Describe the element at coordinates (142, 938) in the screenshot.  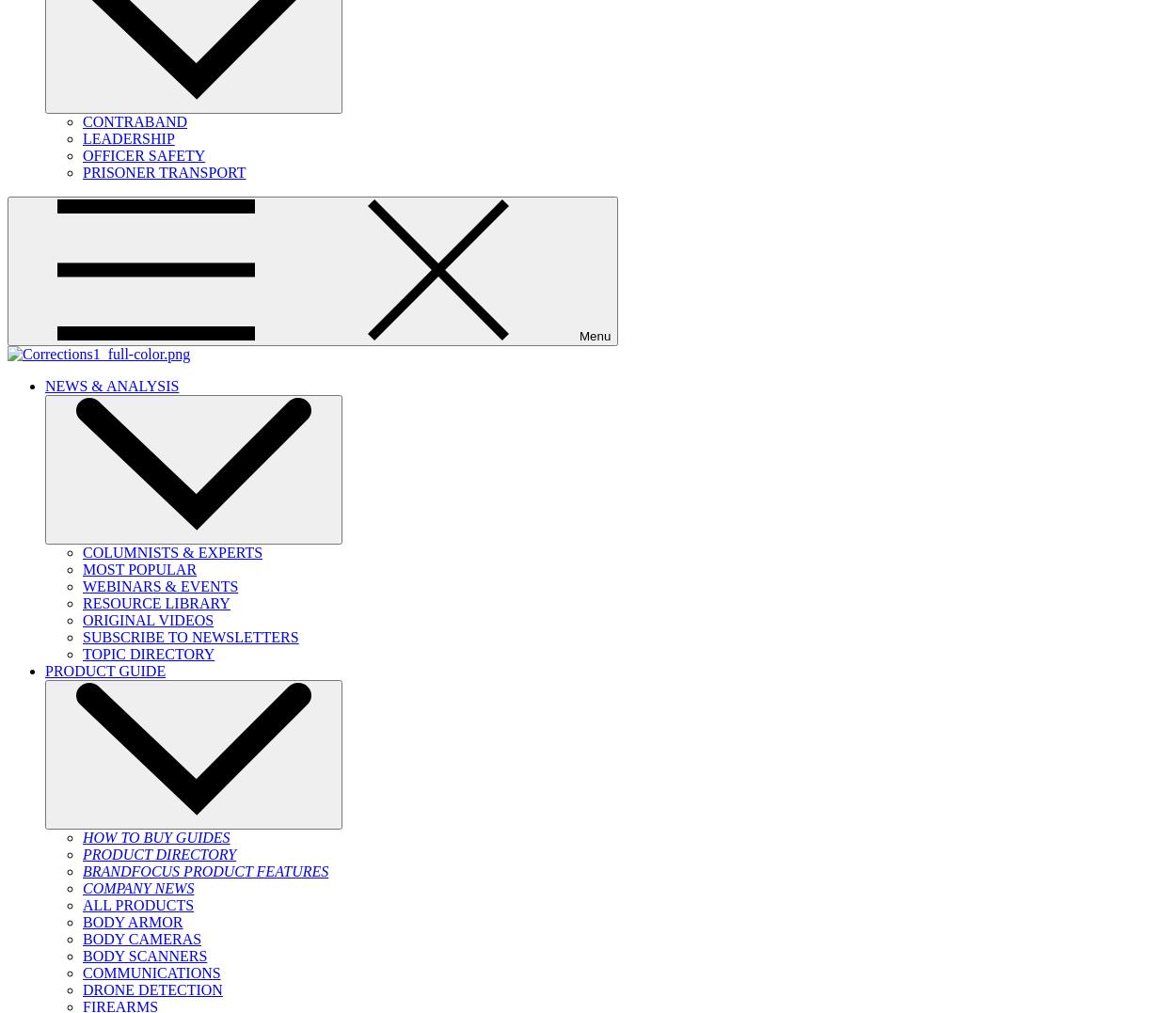
I see `'BODY CAMERAS'` at that location.